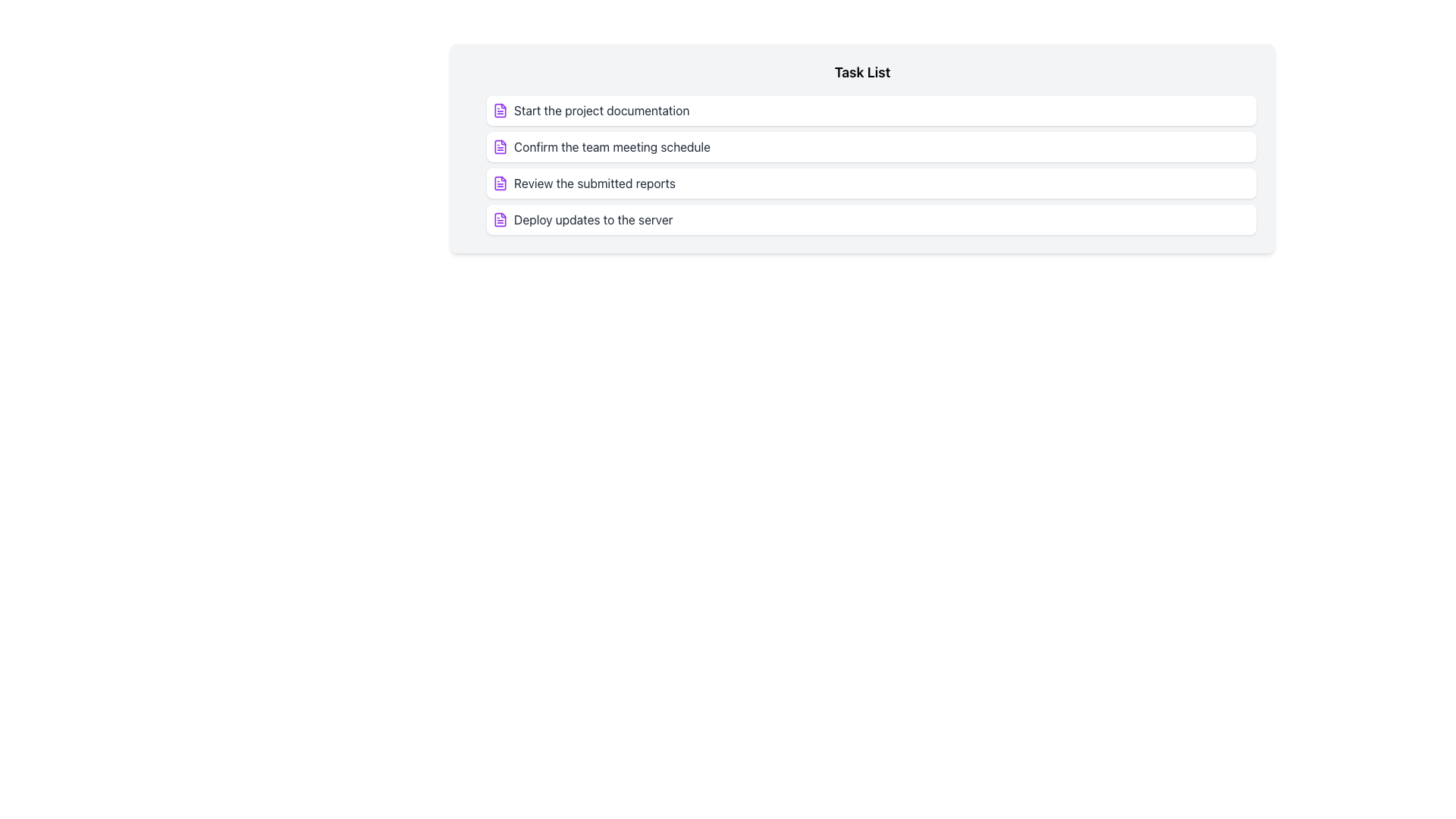 This screenshot has height=819, width=1456. I want to click on the file icon located to the left of the text 'Deploy updates to the server', which is the fourth icon, so click(500, 219).